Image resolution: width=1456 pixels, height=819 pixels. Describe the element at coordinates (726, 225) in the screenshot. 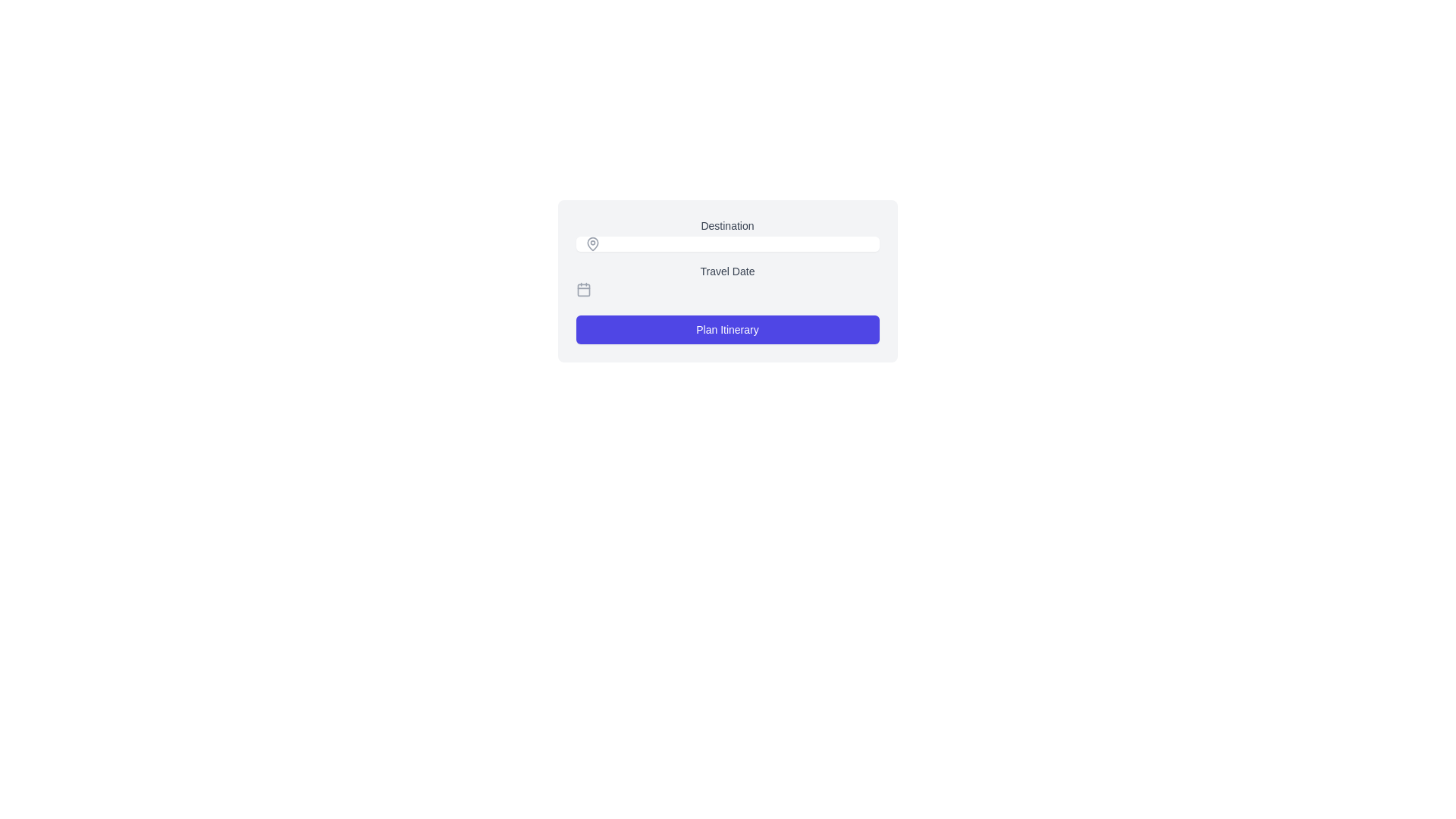

I see `the 'Destination' text label, which is styled in a small, medium-weight gray font and positioned above a text input field` at that location.